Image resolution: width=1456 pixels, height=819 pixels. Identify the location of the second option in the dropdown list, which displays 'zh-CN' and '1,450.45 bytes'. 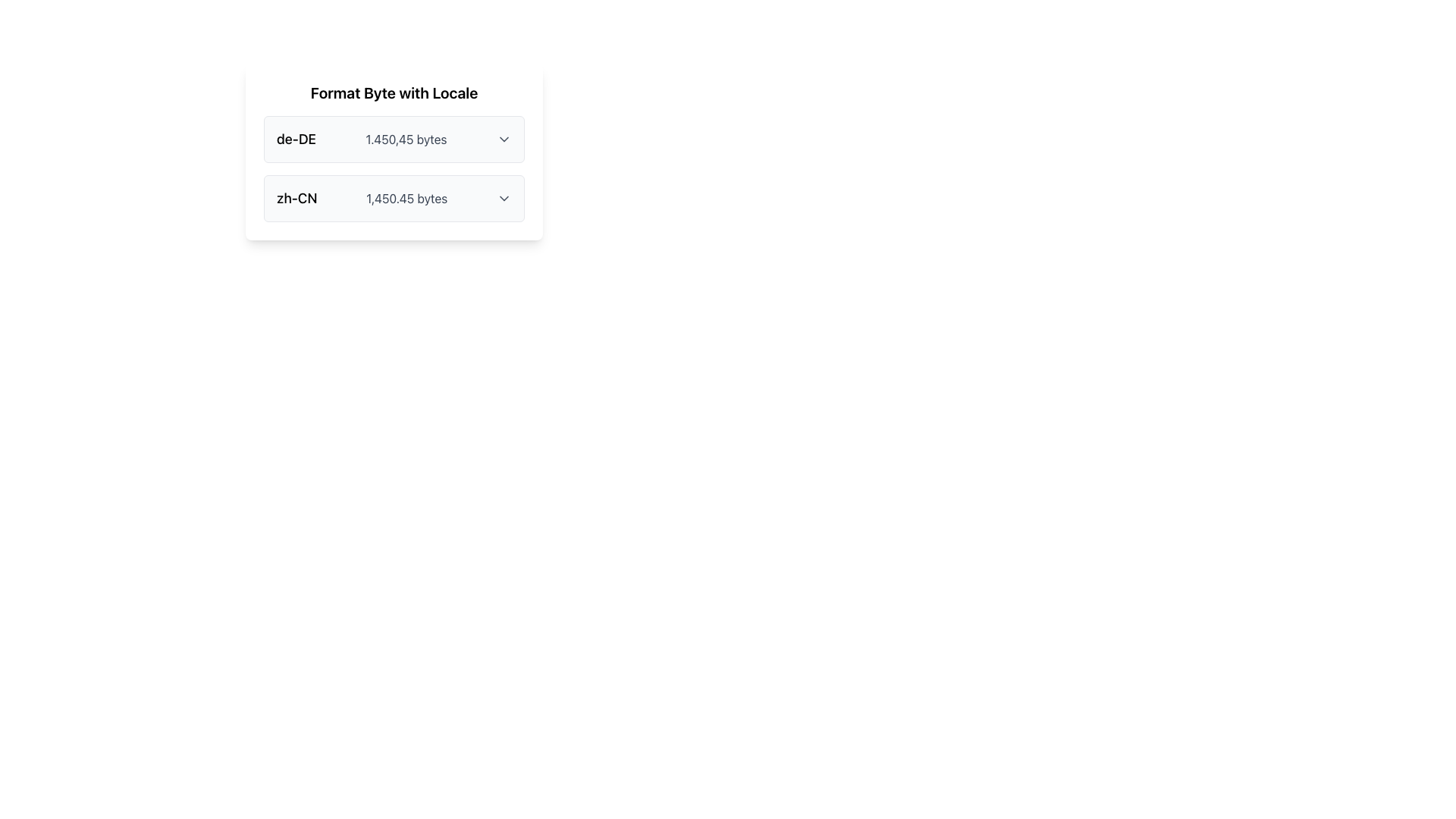
(394, 198).